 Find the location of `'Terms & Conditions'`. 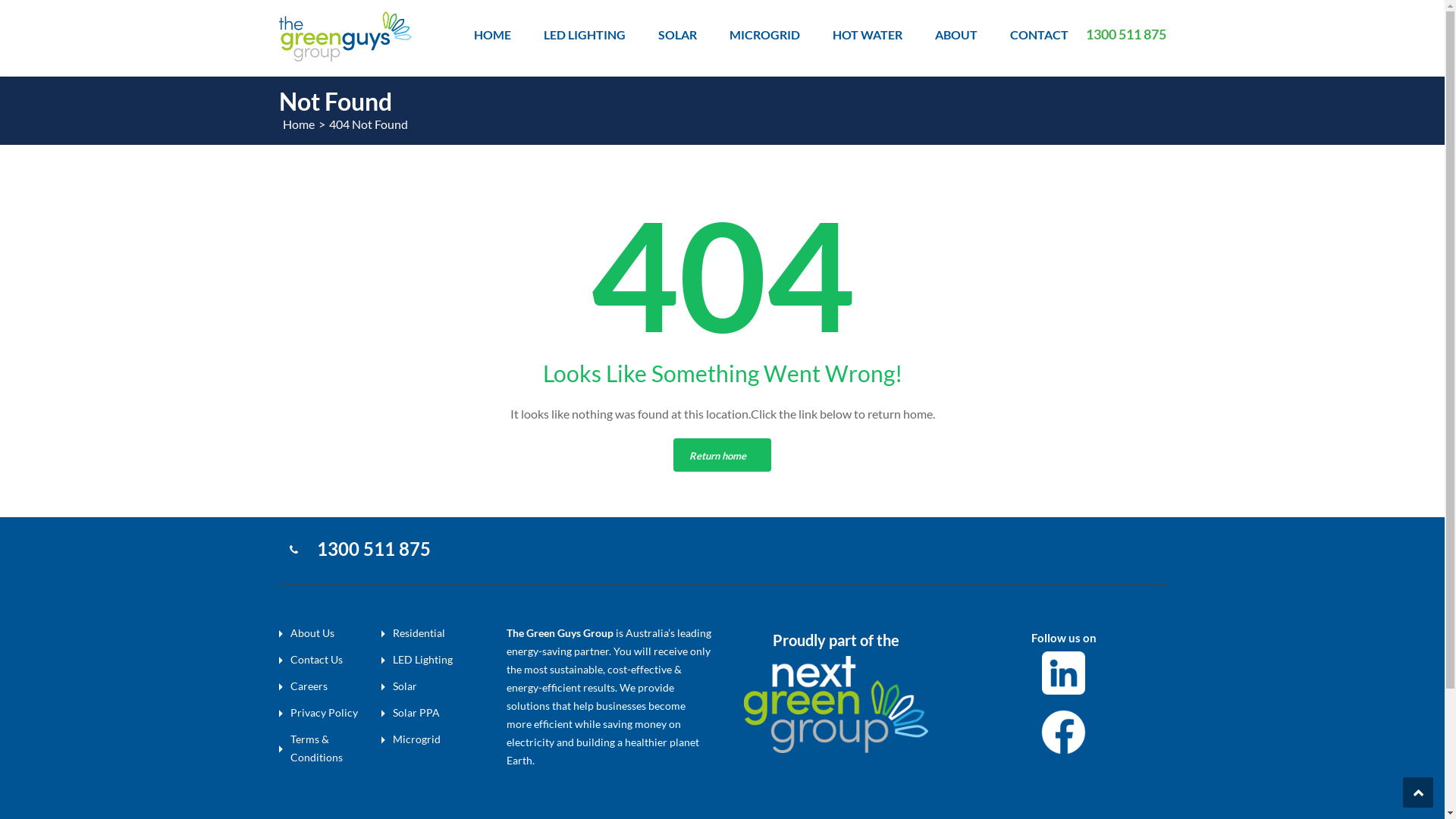

'Terms & Conditions' is located at coordinates (315, 747).